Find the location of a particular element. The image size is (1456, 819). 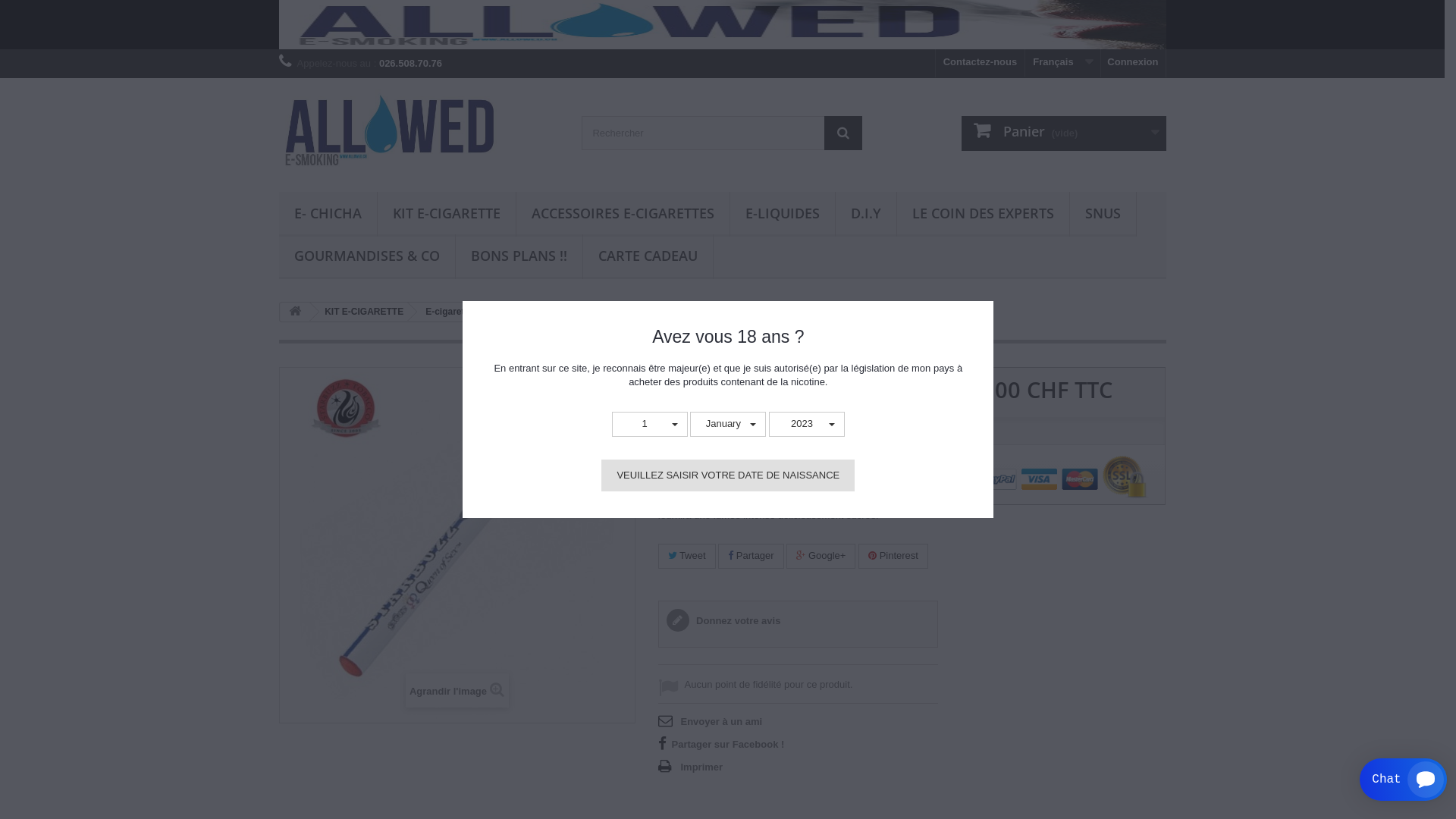

'Tweet' is located at coordinates (658, 556).